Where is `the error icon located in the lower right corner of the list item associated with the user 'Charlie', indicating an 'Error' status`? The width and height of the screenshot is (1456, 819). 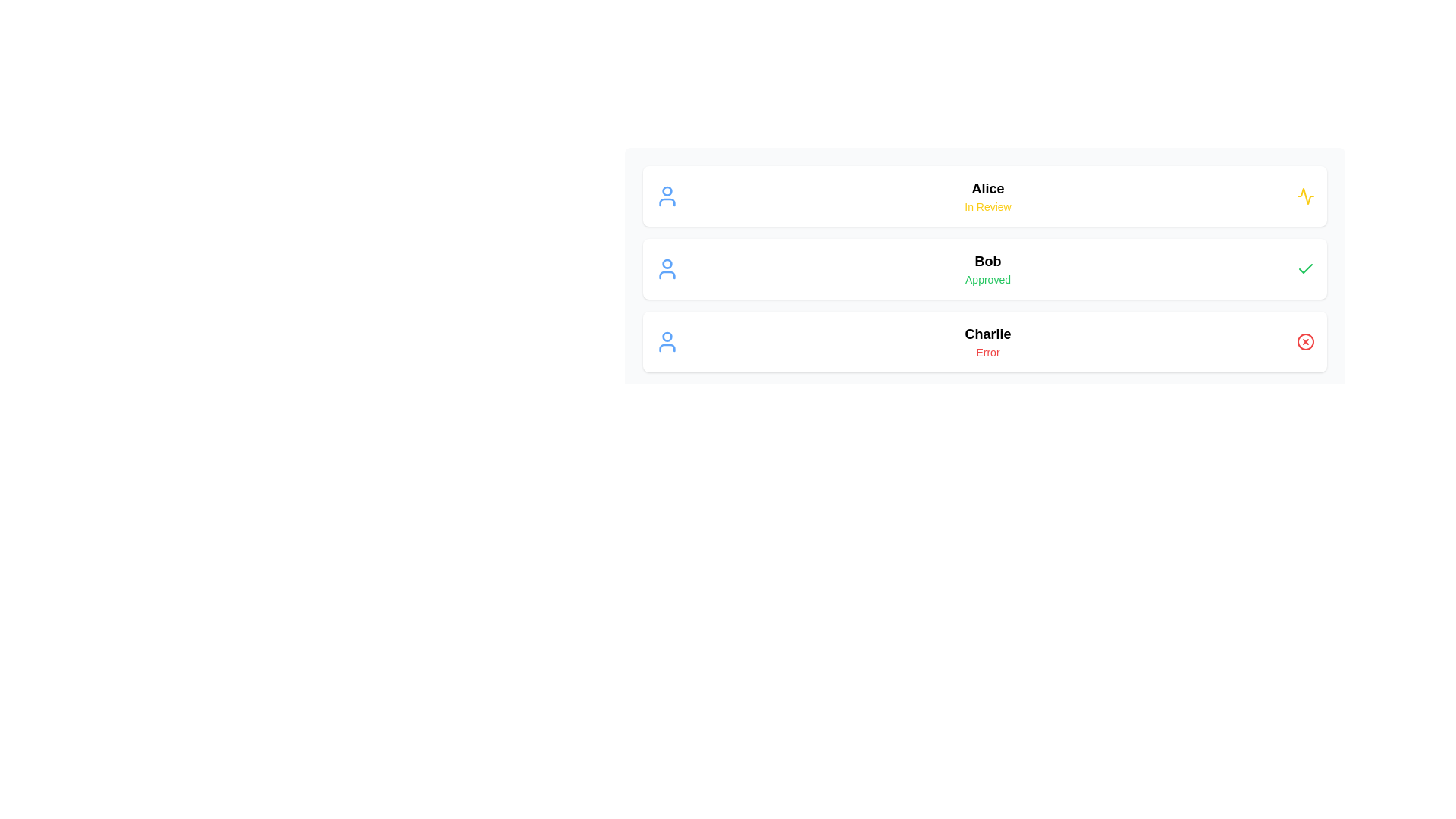
the error icon located in the lower right corner of the list item associated with the user 'Charlie', indicating an 'Error' status is located at coordinates (1305, 342).